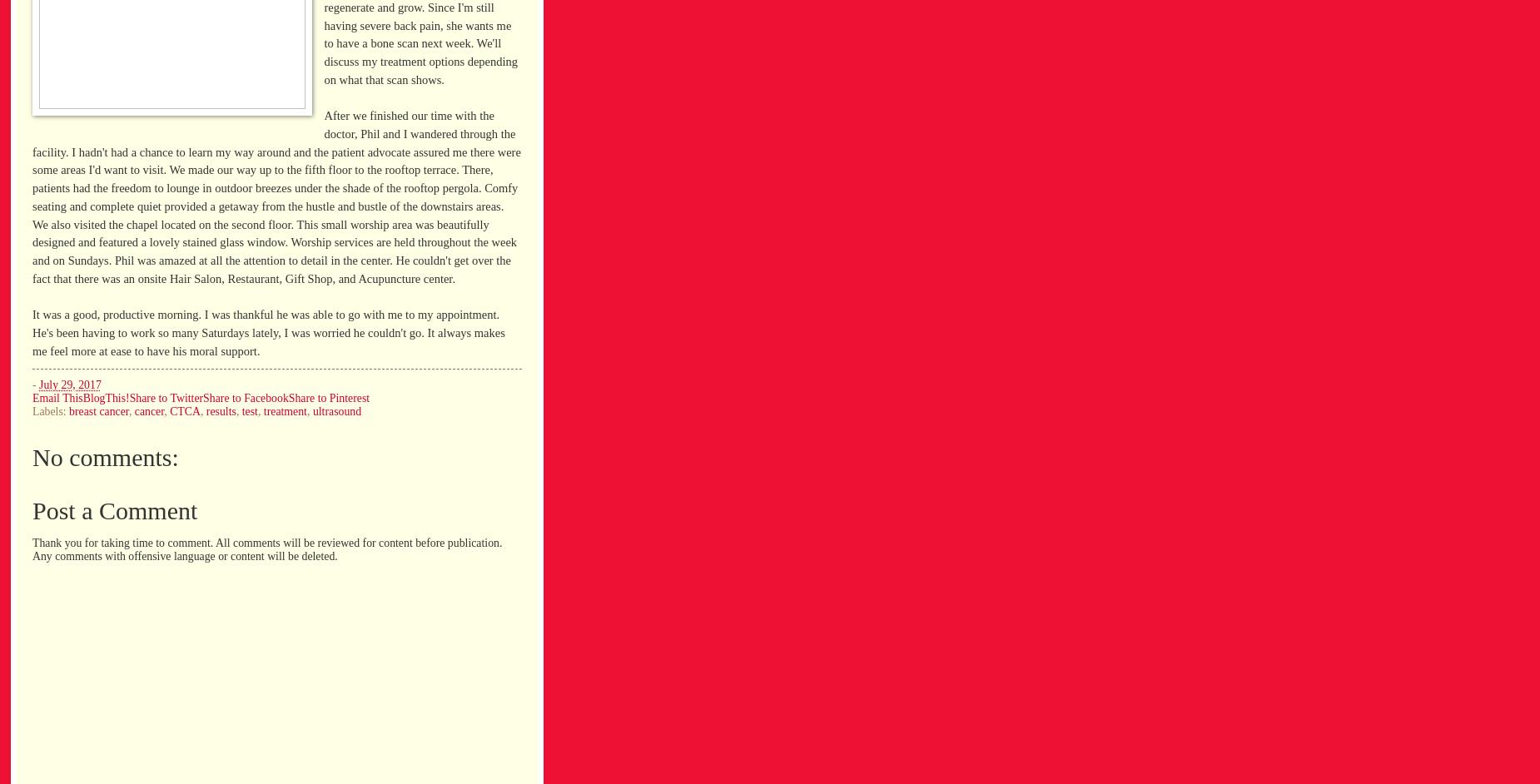 This screenshot has height=784, width=1540. Describe the element at coordinates (276, 196) in the screenshot. I see `'After we finished our time with the doctor, Phil and I wandered through the facility. I hadn't had a chance to learn my way around and the patient advocate assured me there were some areas I'd want to visit. We made our way up to the fifth floor to the rooftop terrace. There, patients had the freedom to lounge in outdoor breezes under the shade of the rooftop pergola. Comfy seating and complete quiet provided a getaway from the hustle and bustle of the downstairs areas. We also visited the chapel located on the second floor. This small worship area was beautifully designed and featured a lovely stained glass window. Worship services are held throughout the week and on Sundays. Phil was amazed at all the attention to detail in the center. He couldn't get over the fact that there was an onsite Hair Salon, Restaurant, Gift Shop, and Acupuncture center.'` at that location.